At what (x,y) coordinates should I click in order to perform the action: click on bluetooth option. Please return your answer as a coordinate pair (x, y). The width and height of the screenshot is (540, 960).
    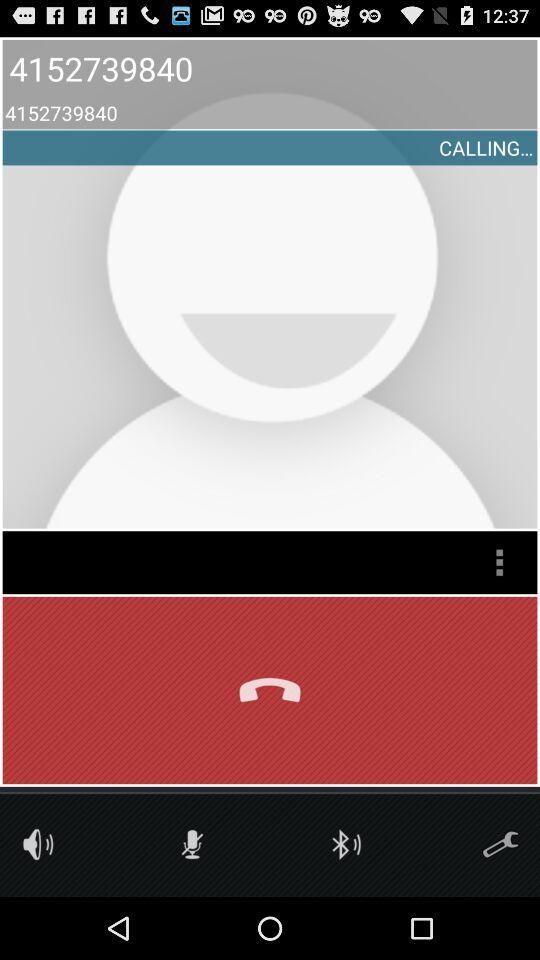
    Looking at the image, I should click on (345, 843).